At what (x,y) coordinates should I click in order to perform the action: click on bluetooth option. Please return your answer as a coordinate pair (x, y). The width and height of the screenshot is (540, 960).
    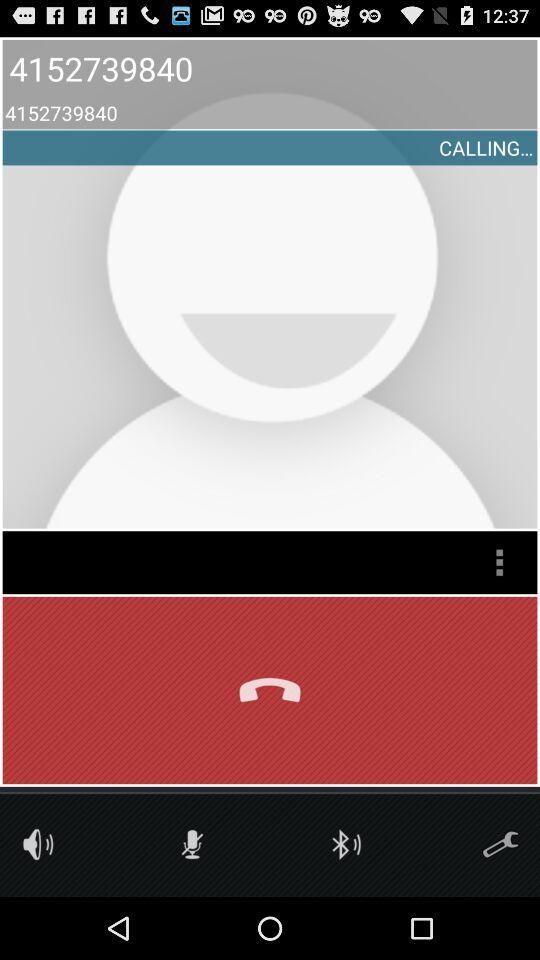
    Looking at the image, I should click on (345, 843).